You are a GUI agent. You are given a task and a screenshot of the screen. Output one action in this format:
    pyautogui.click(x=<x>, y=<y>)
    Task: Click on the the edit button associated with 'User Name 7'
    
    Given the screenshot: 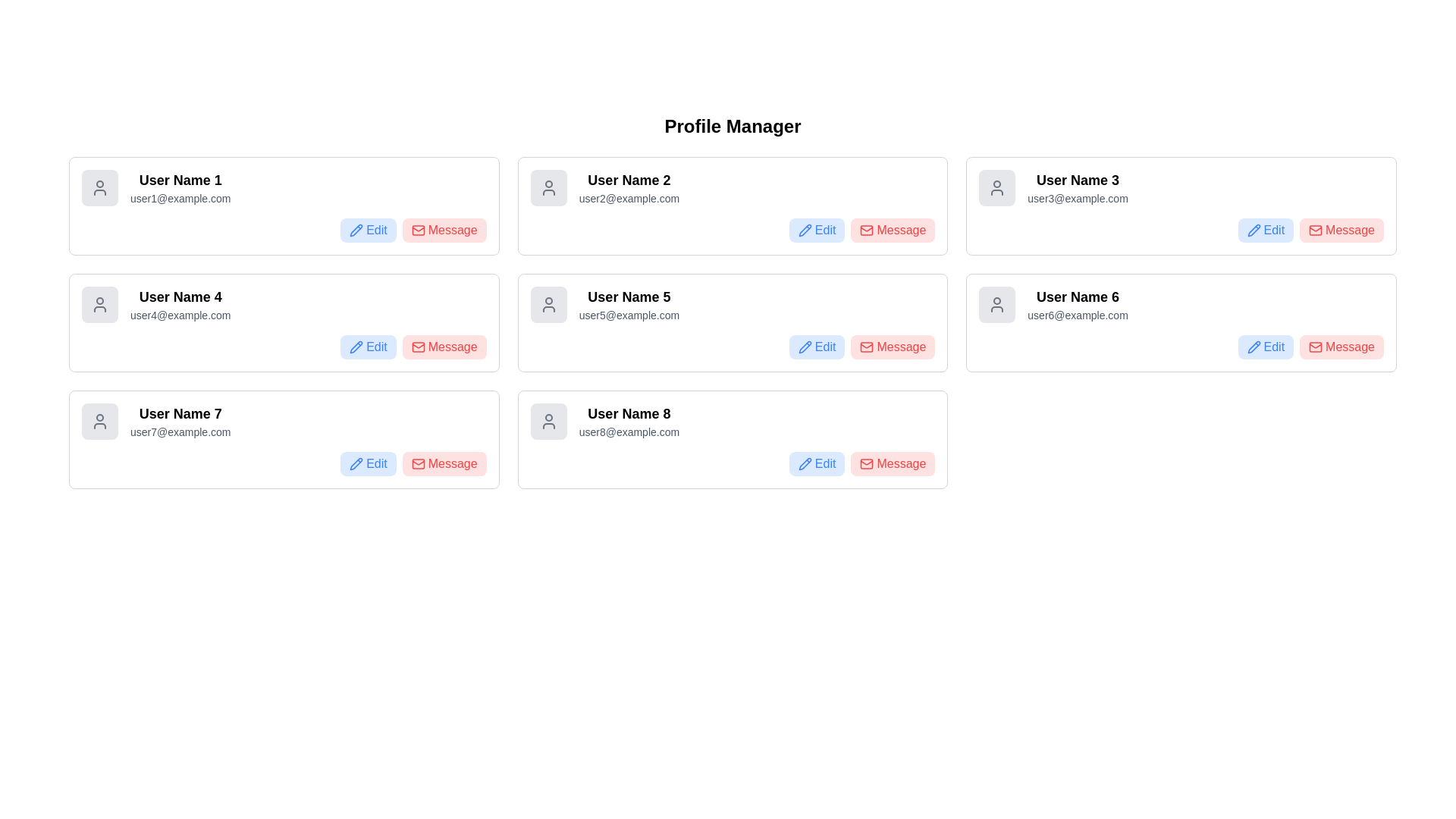 What is the action you would take?
    pyautogui.click(x=368, y=463)
    